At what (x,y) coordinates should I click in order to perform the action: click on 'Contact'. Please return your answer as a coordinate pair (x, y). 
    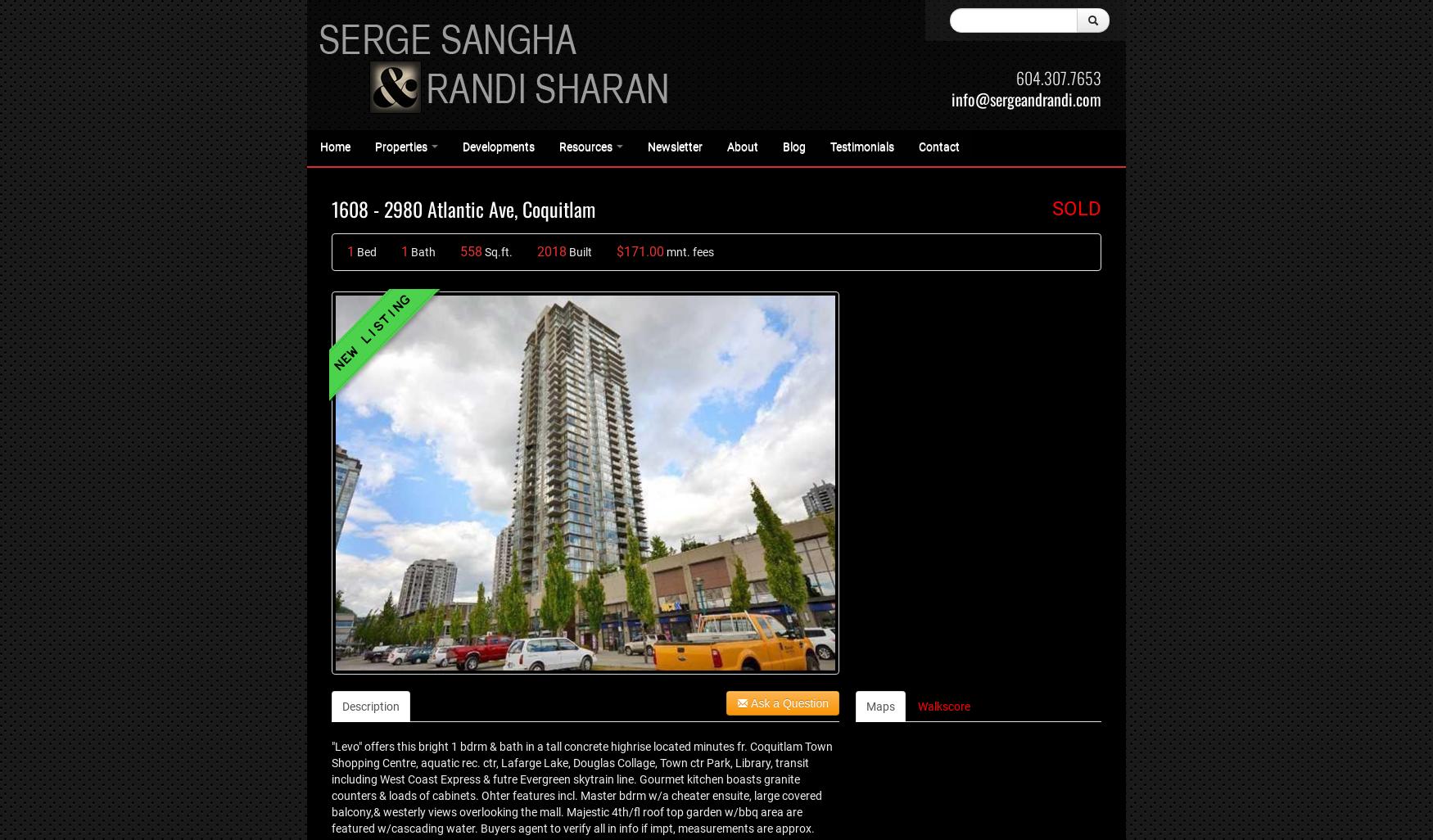
    Looking at the image, I should click on (938, 146).